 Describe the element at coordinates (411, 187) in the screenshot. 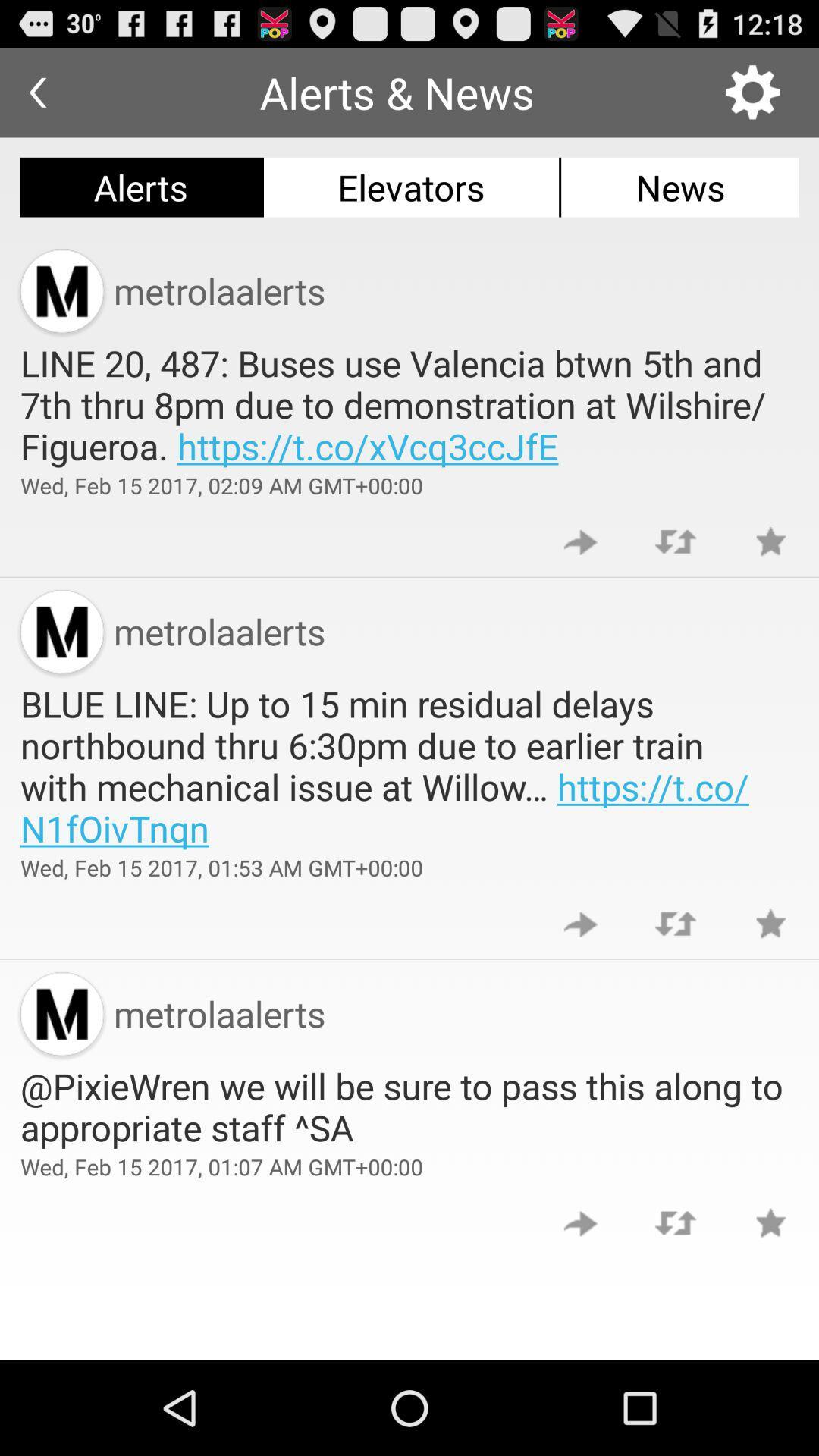

I see `elevators` at that location.